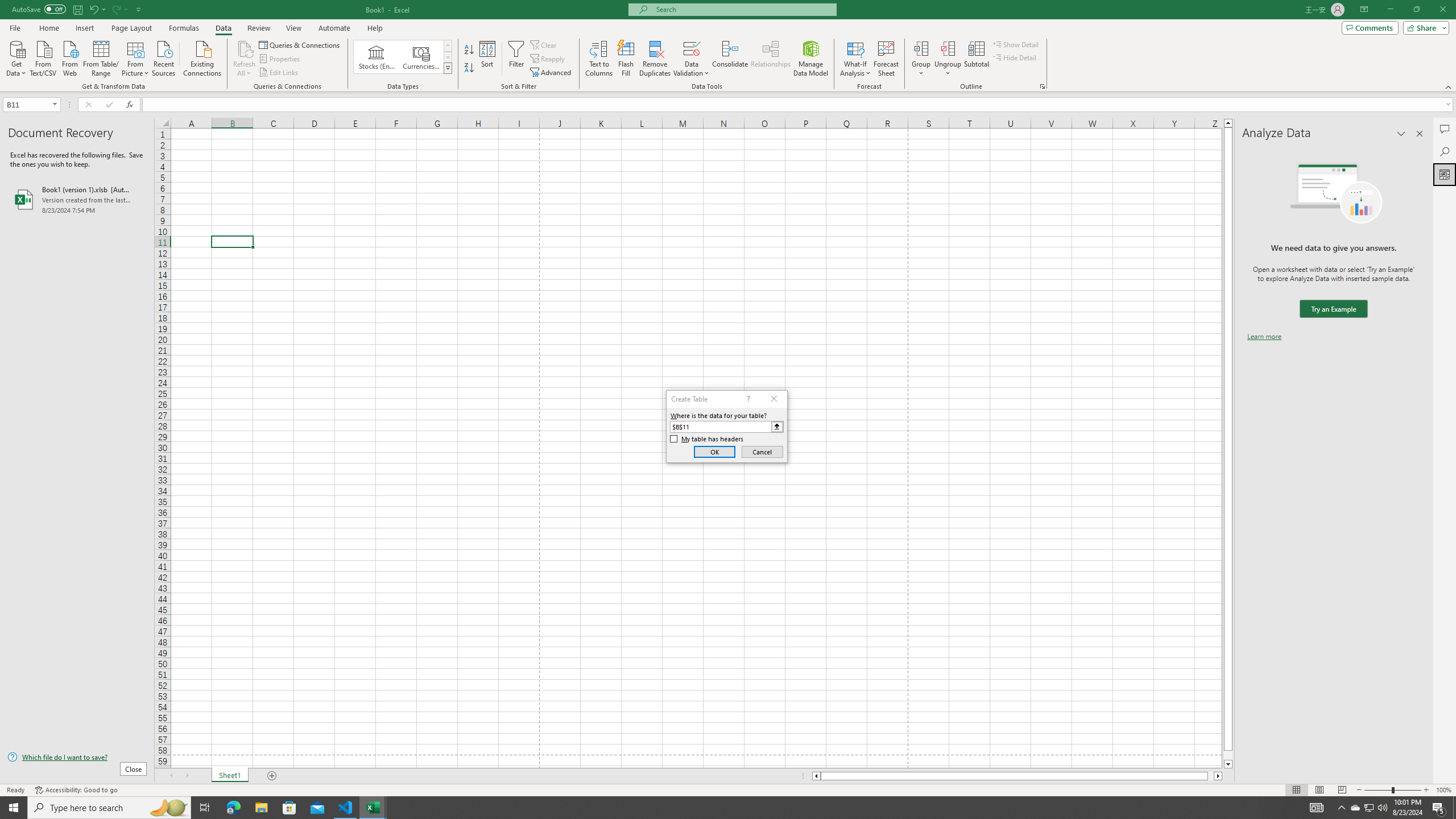  Describe the element at coordinates (655, 59) in the screenshot. I see `'Remove Duplicates'` at that location.